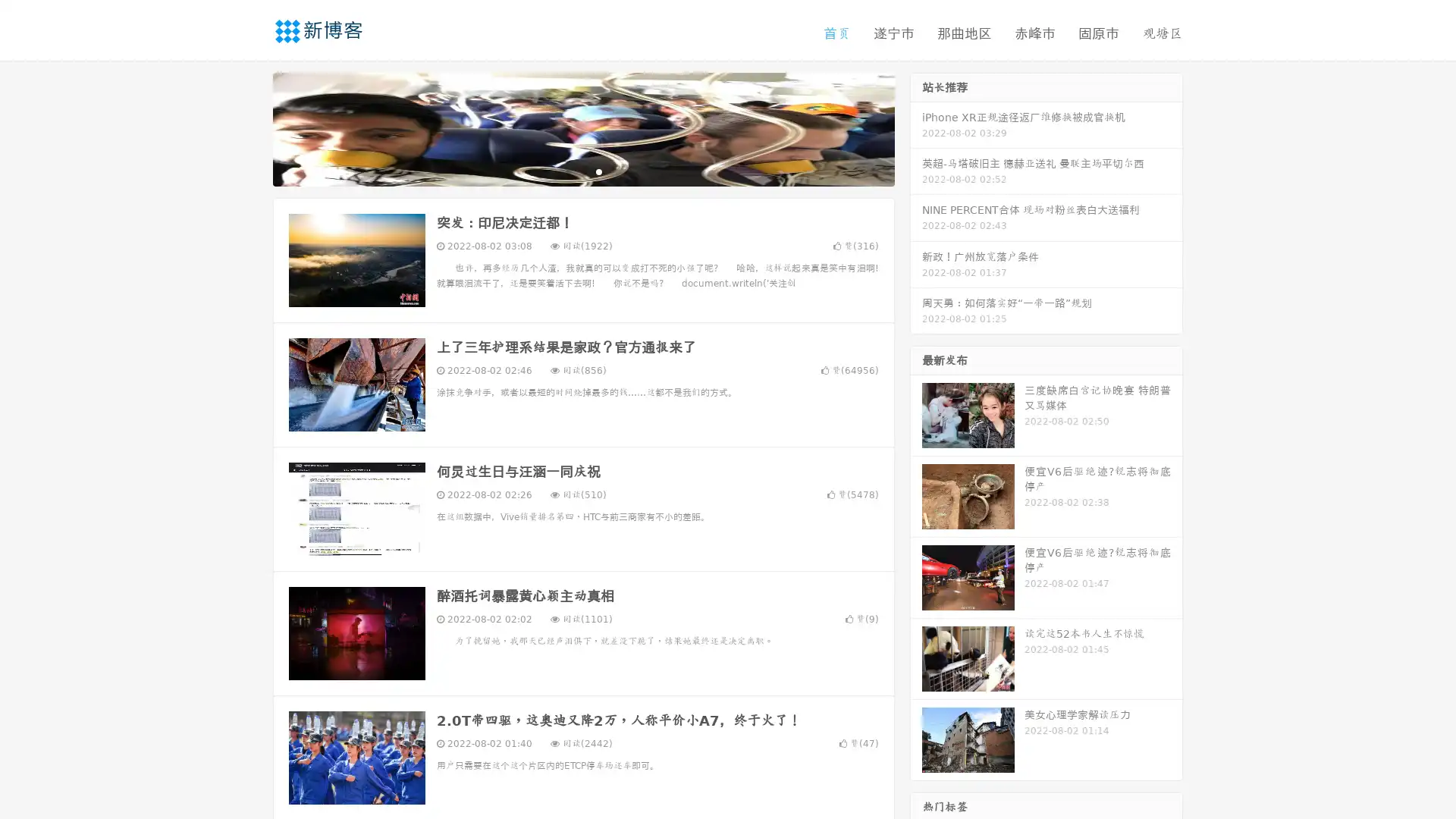 The width and height of the screenshot is (1456, 819). Describe the element at coordinates (598, 171) in the screenshot. I see `Go to slide 3` at that location.